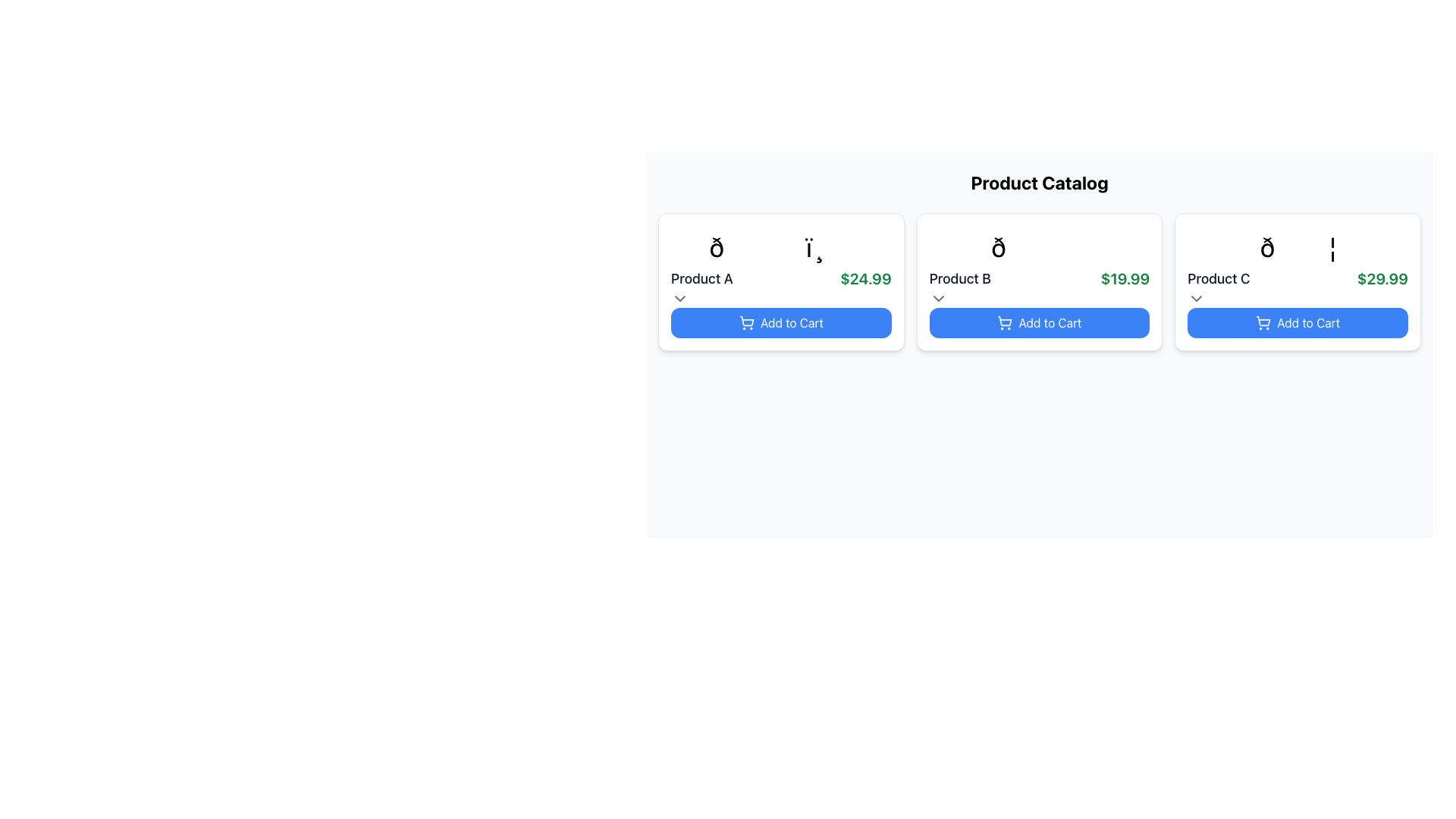 This screenshot has width=1456, height=819. What do you see at coordinates (1263, 320) in the screenshot?
I see `the shopping cart icon within the 'Add to Cart' button located in the rightmost product card under 'Product C'` at bounding box center [1263, 320].